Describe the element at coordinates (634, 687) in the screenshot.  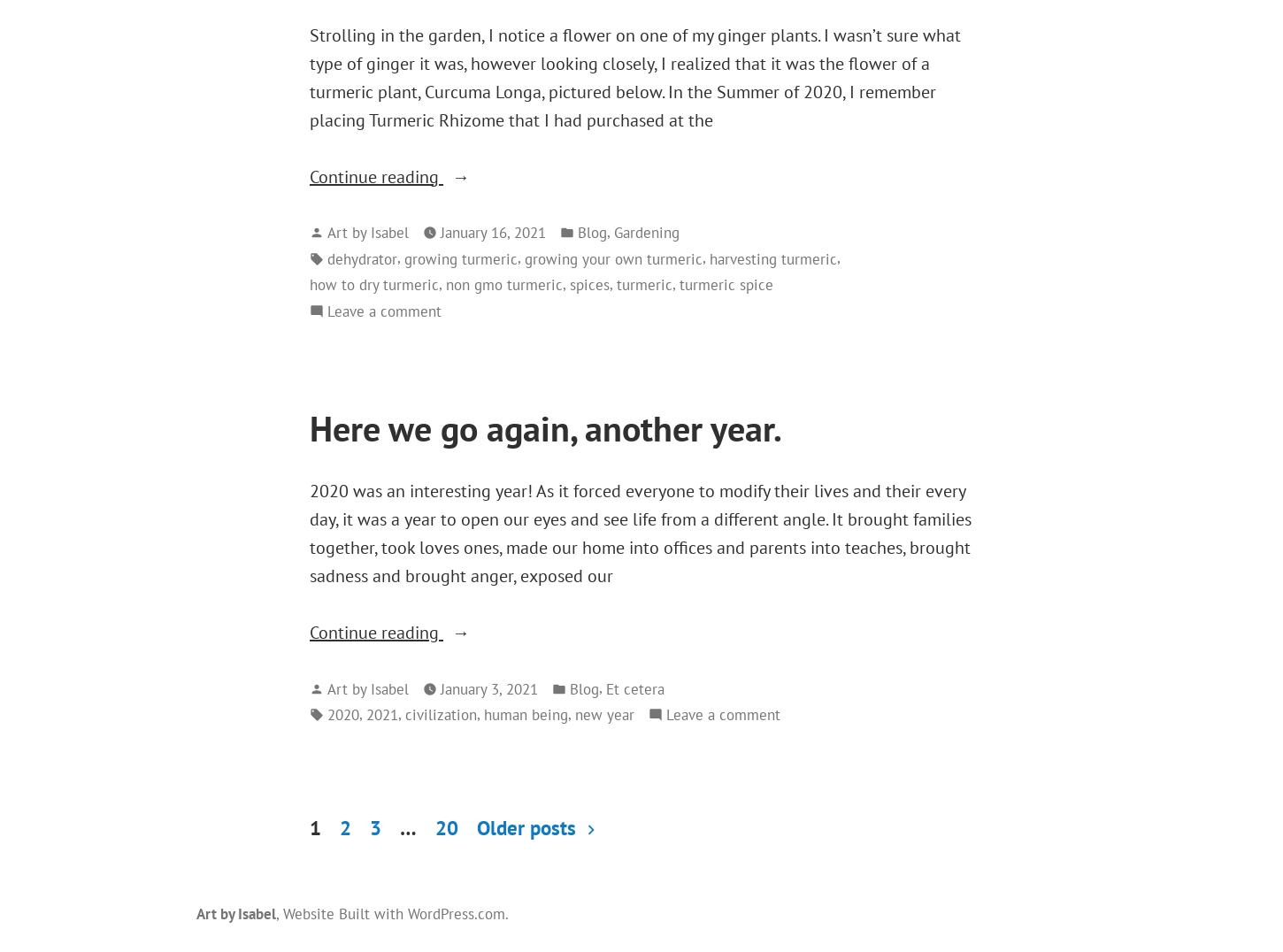
I see `'Et cetera'` at that location.